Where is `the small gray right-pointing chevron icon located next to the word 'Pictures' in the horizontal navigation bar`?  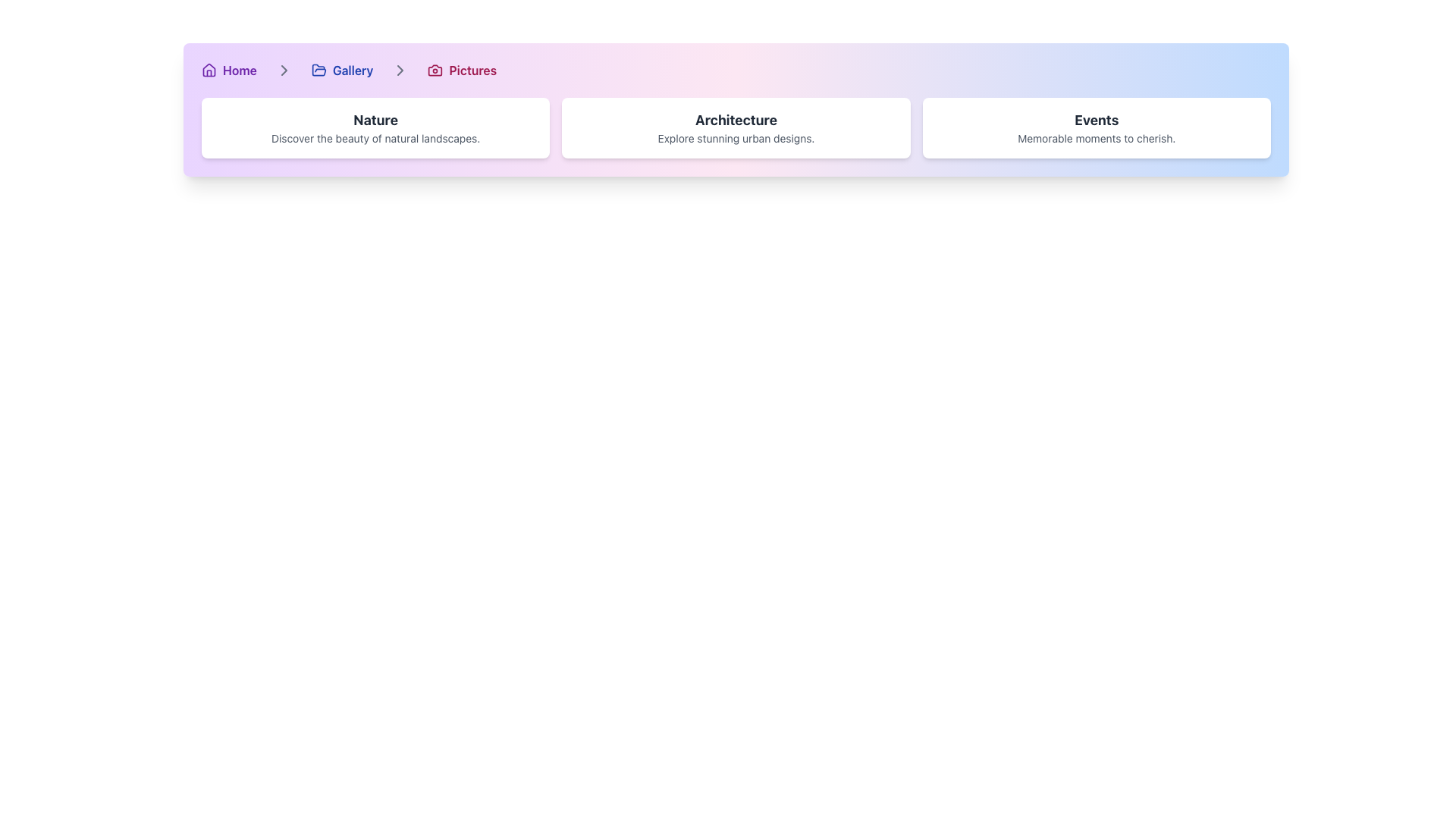 the small gray right-pointing chevron icon located next to the word 'Pictures' in the horizontal navigation bar is located at coordinates (400, 70).